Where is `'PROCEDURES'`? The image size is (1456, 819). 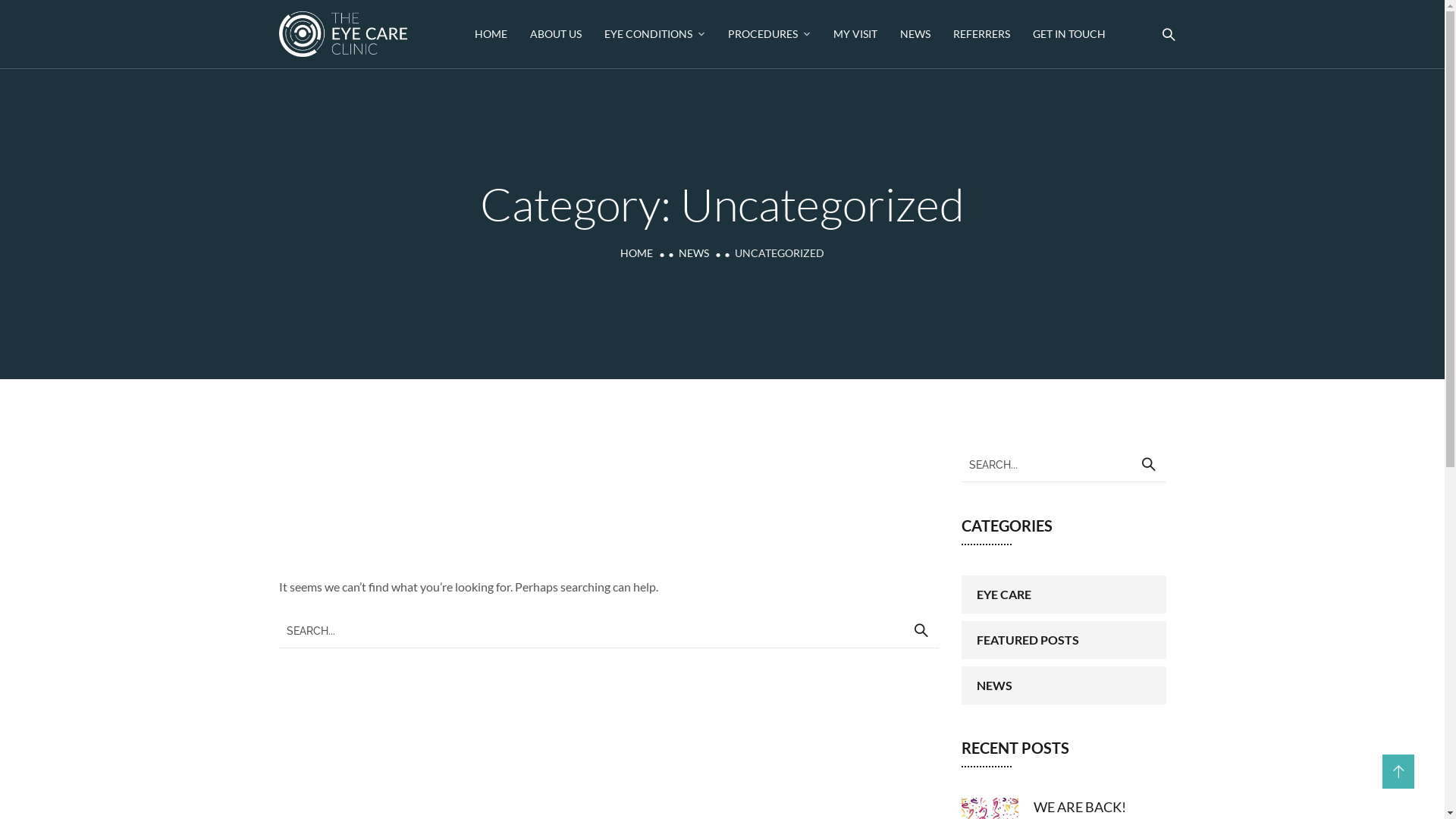
'PROCEDURES' is located at coordinates (728, 34).